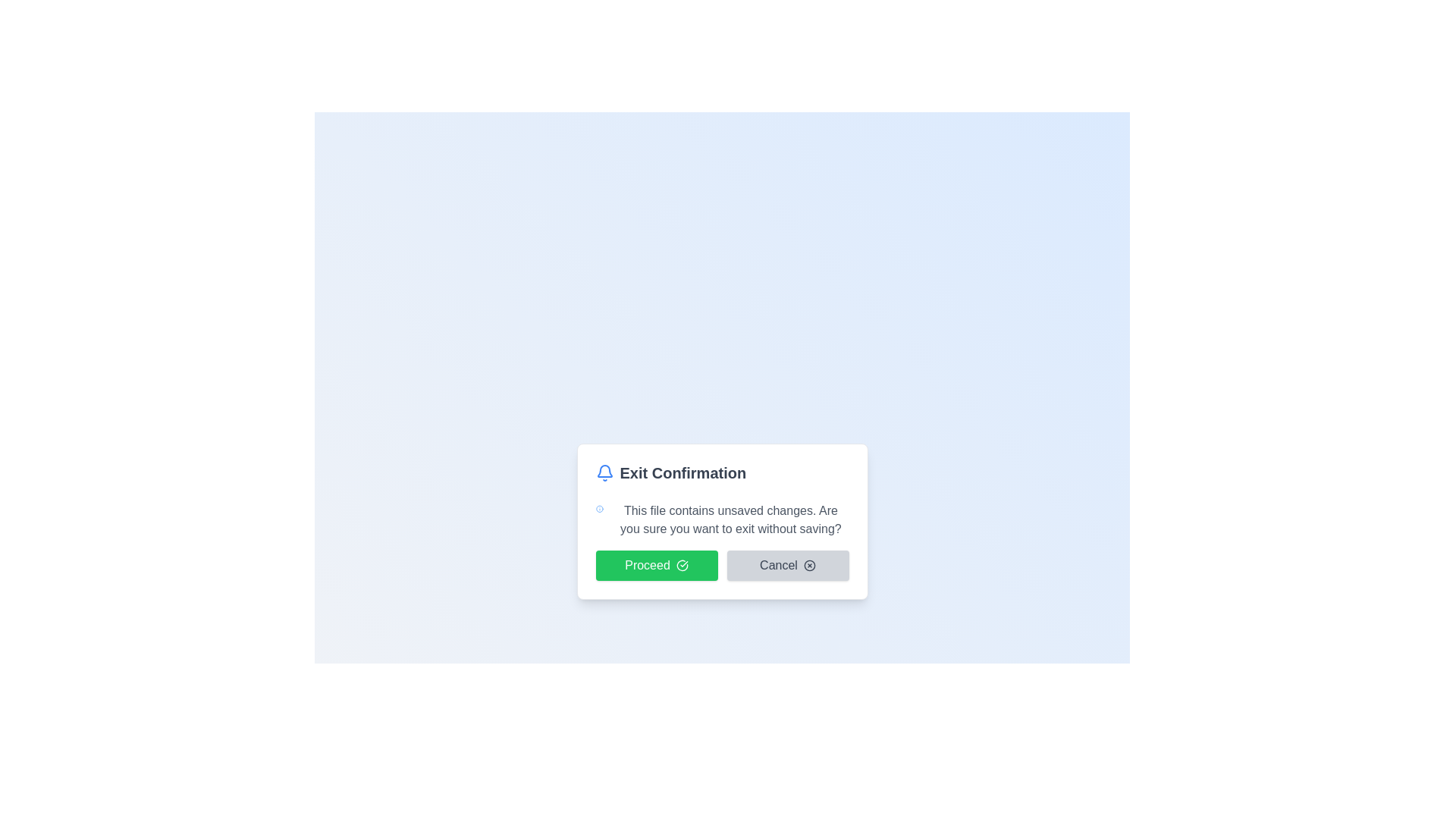  I want to click on the 'Cancel' button located in the bottom-right corner of the 'Exit Confirmation' dialog box, so click(787, 565).